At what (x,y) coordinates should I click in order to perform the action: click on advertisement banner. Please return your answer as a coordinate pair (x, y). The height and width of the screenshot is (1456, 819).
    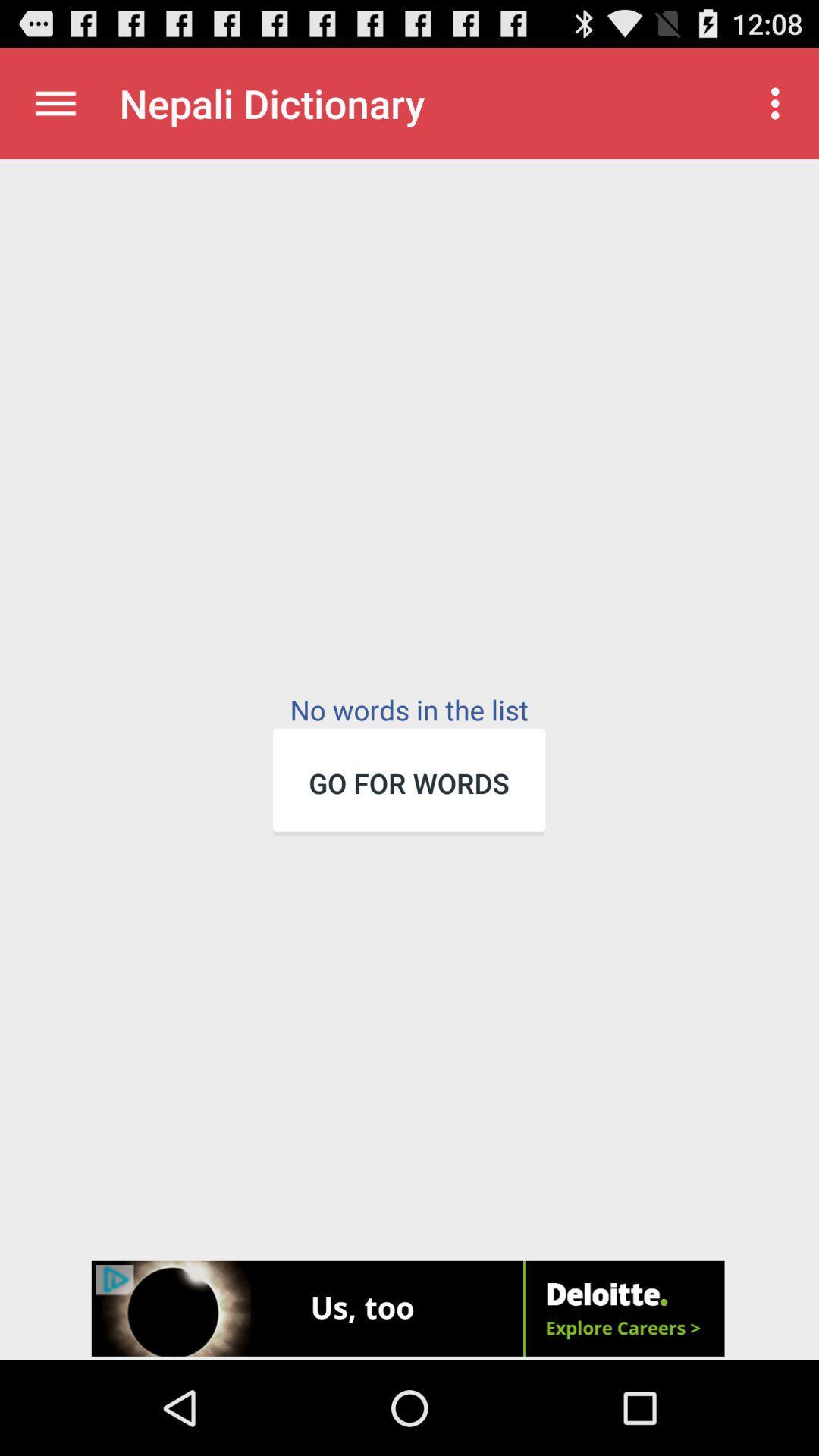
    Looking at the image, I should click on (409, 1310).